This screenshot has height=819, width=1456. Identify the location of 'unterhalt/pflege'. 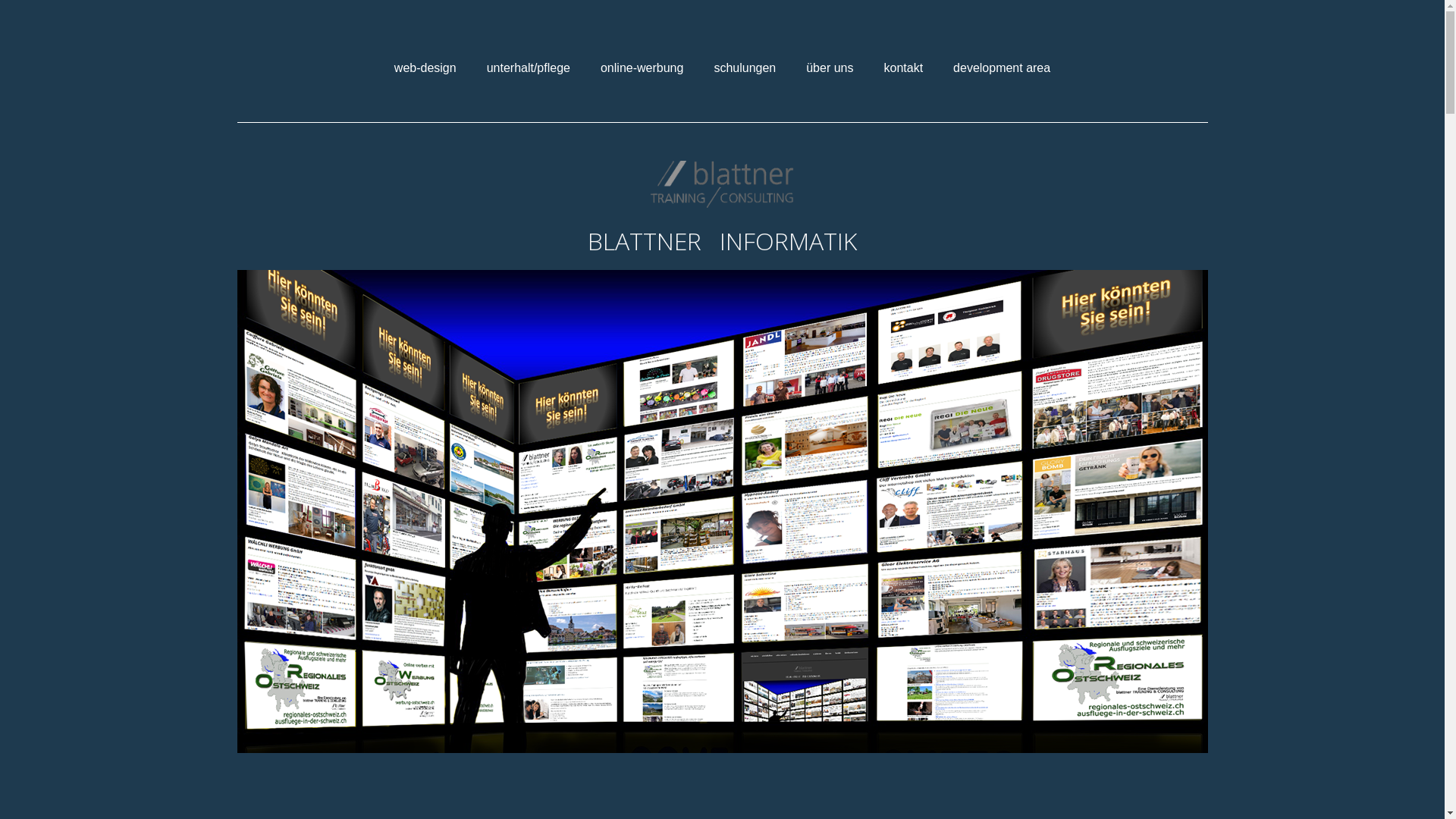
(475, 67).